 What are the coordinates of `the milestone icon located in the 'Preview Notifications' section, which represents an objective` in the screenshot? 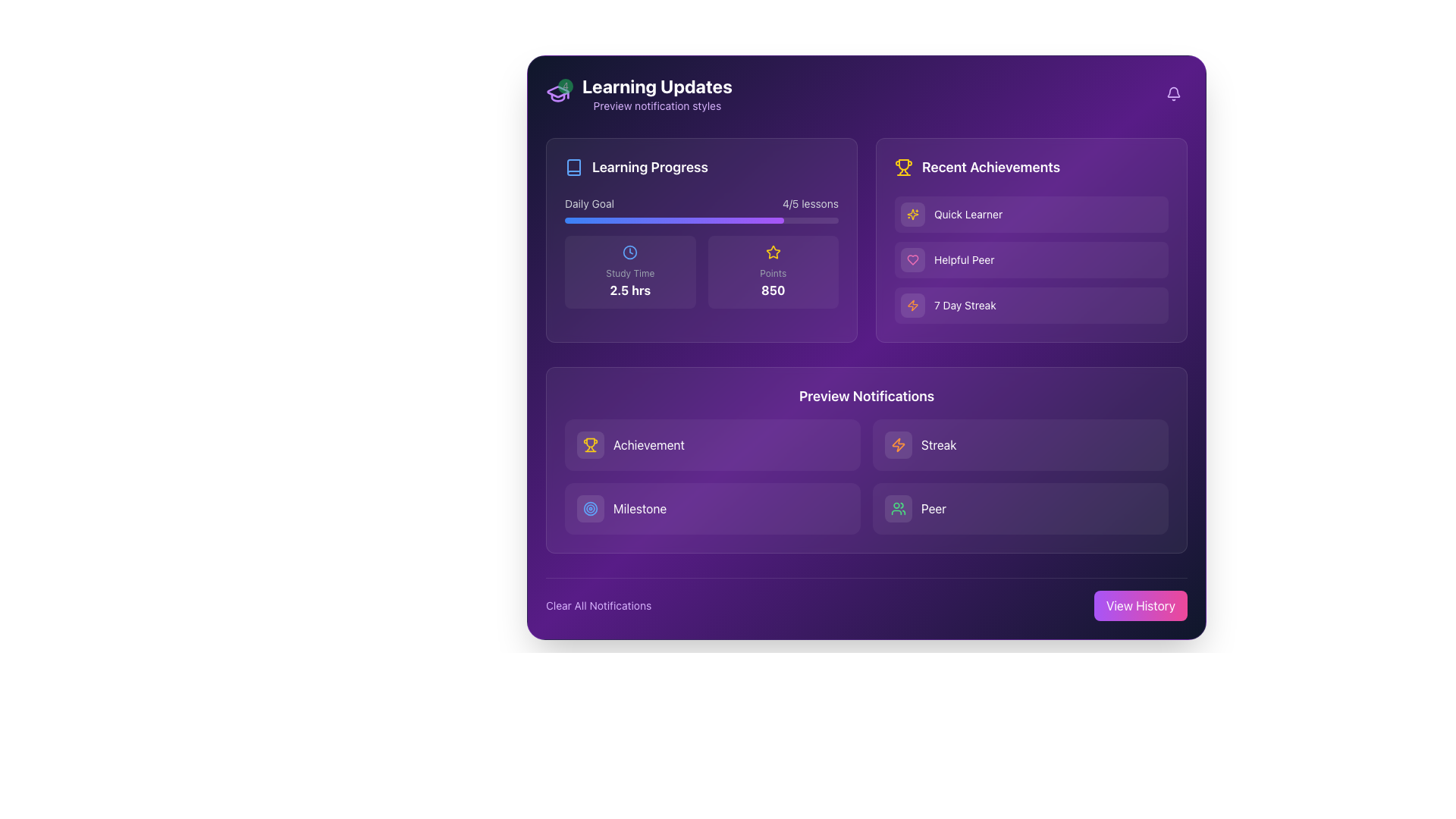 It's located at (589, 509).